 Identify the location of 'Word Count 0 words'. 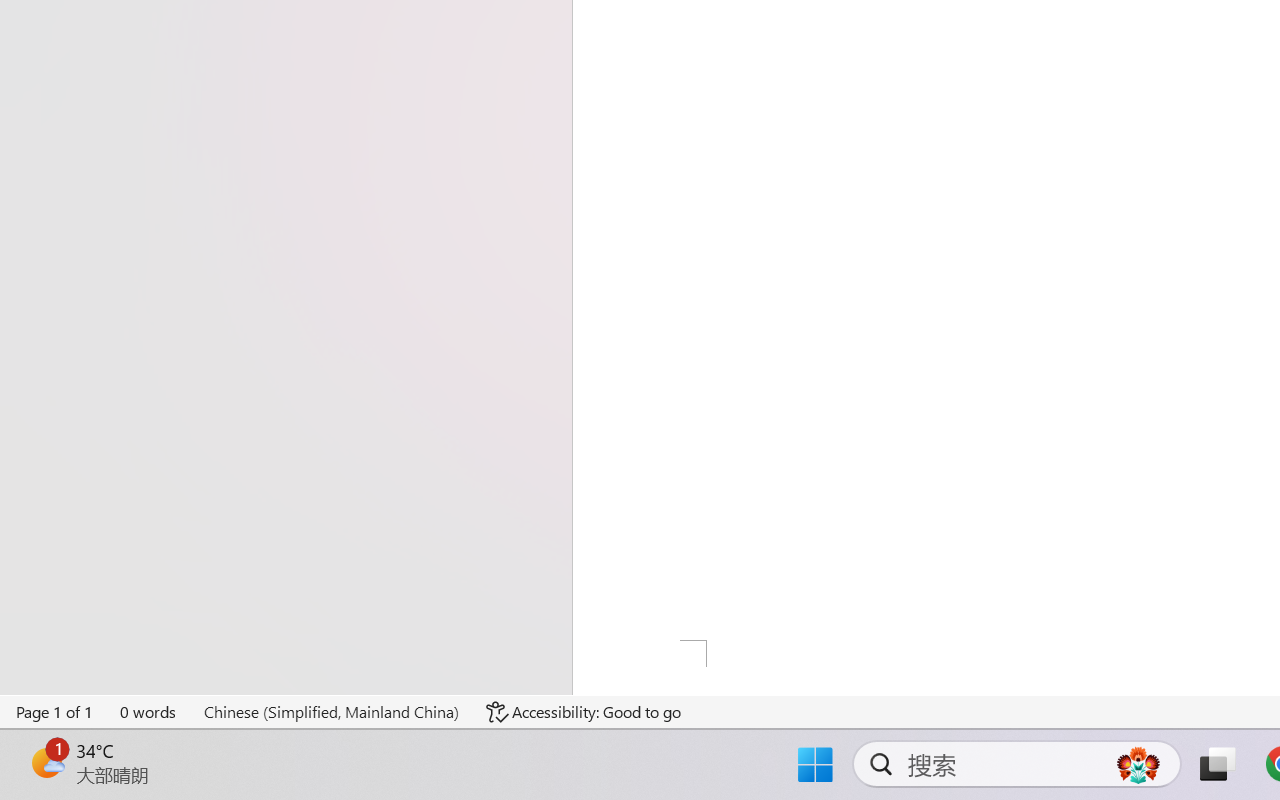
(148, 711).